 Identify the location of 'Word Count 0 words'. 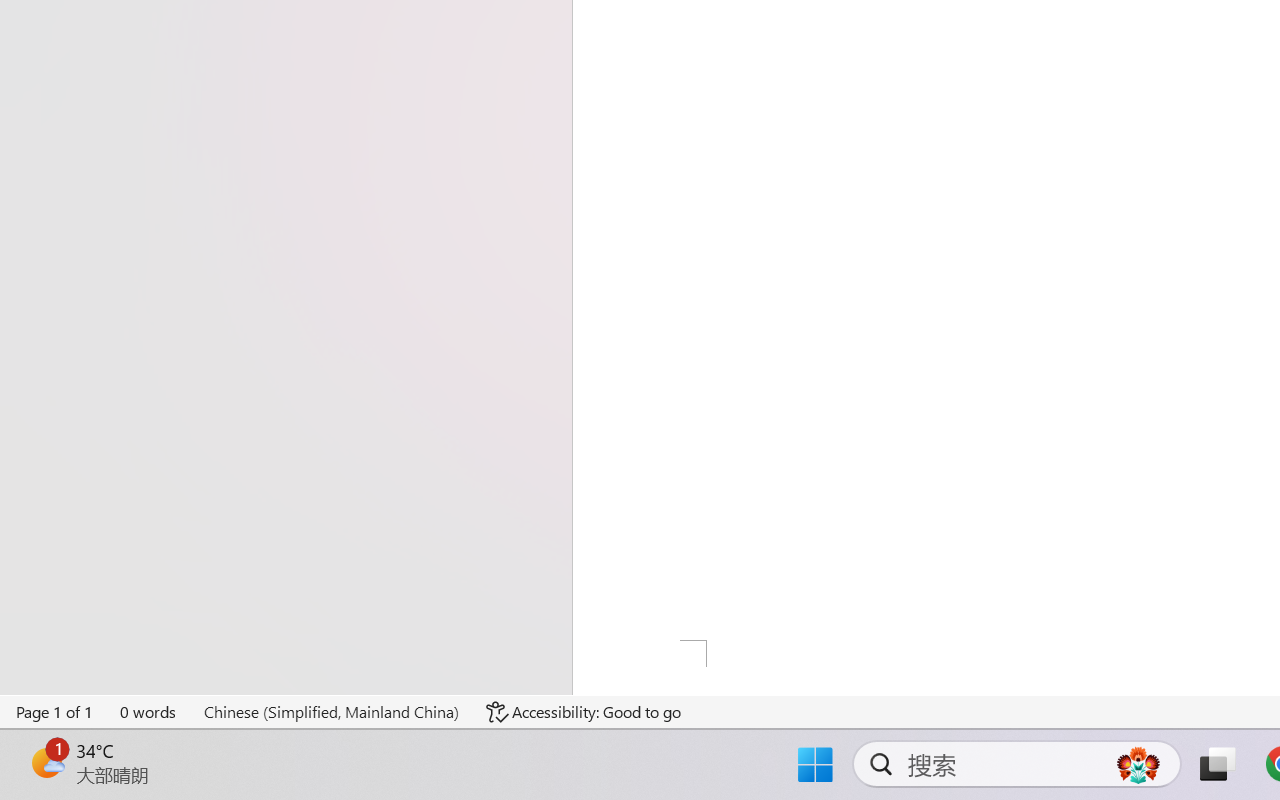
(148, 711).